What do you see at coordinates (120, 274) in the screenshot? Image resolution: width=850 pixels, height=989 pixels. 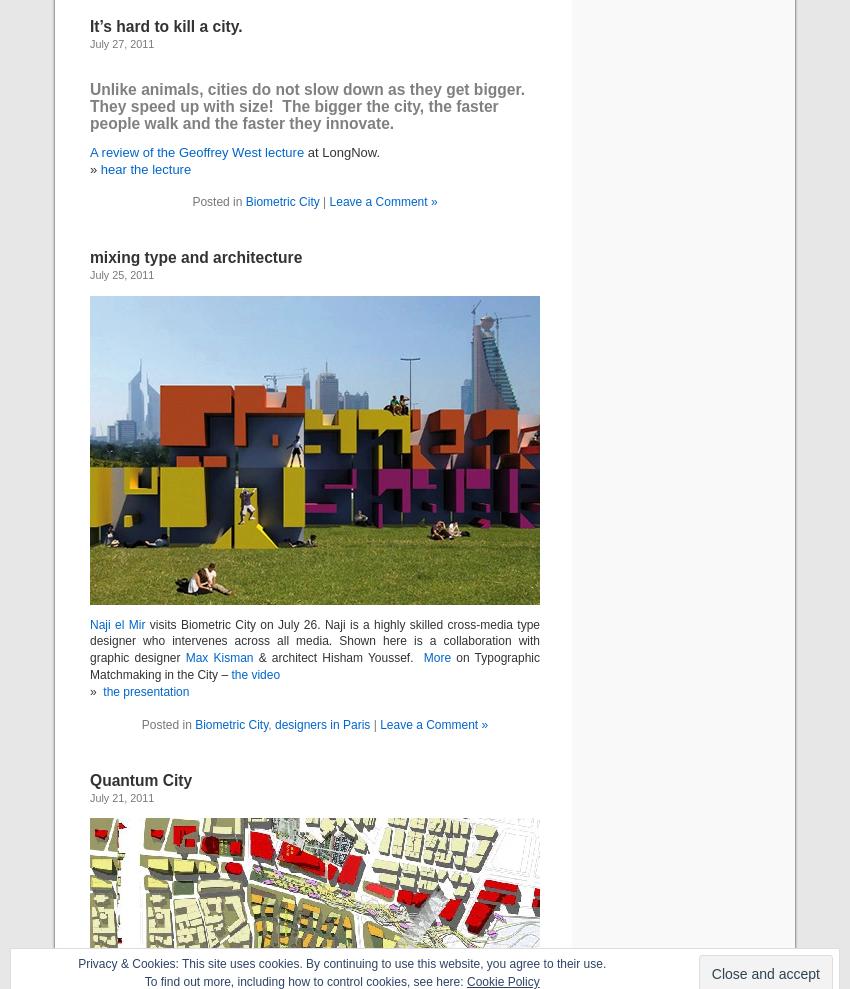 I see `'July 25, 2011'` at bounding box center [120, 274].